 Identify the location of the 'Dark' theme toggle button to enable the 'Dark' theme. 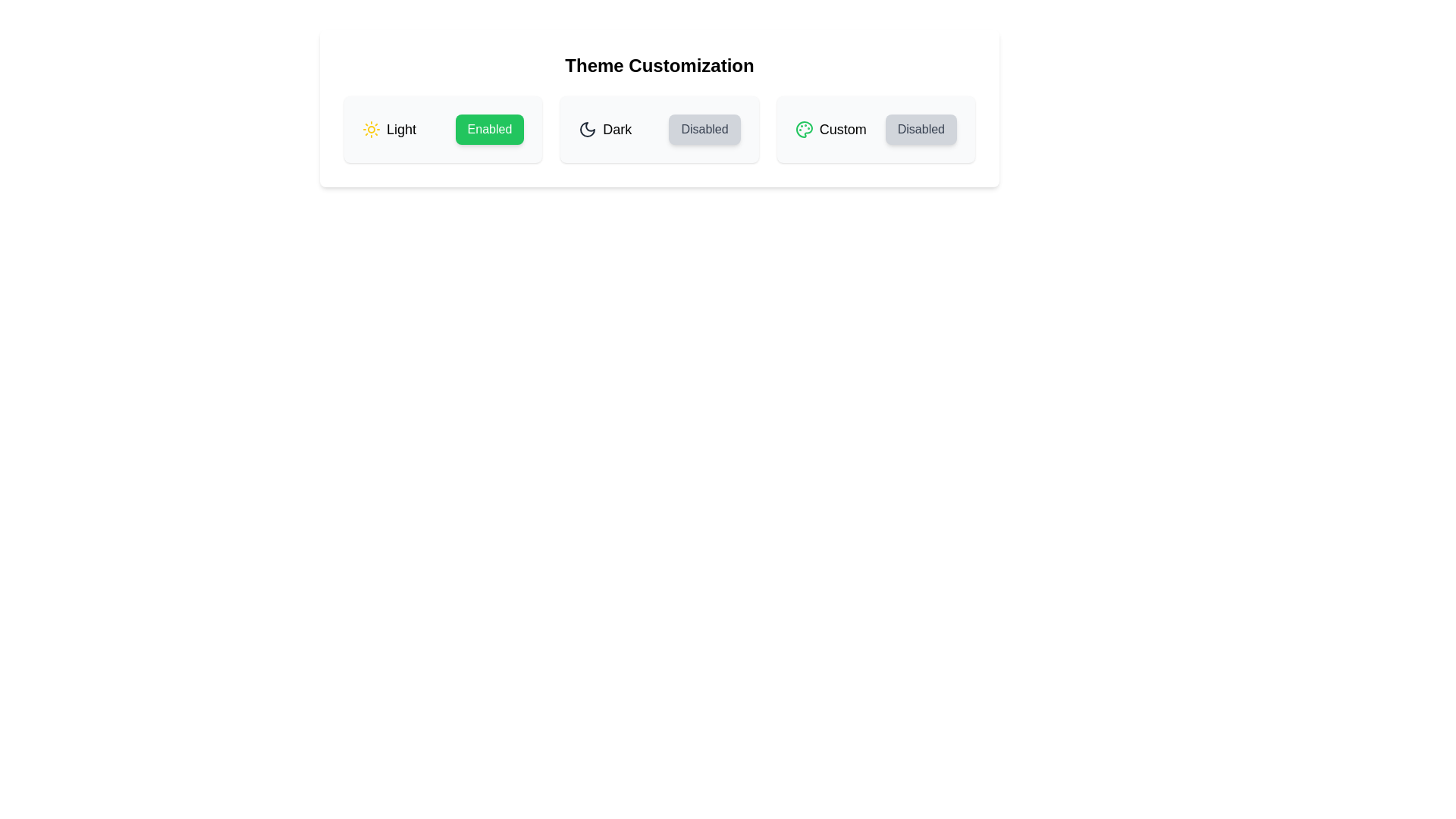
(704, 128).